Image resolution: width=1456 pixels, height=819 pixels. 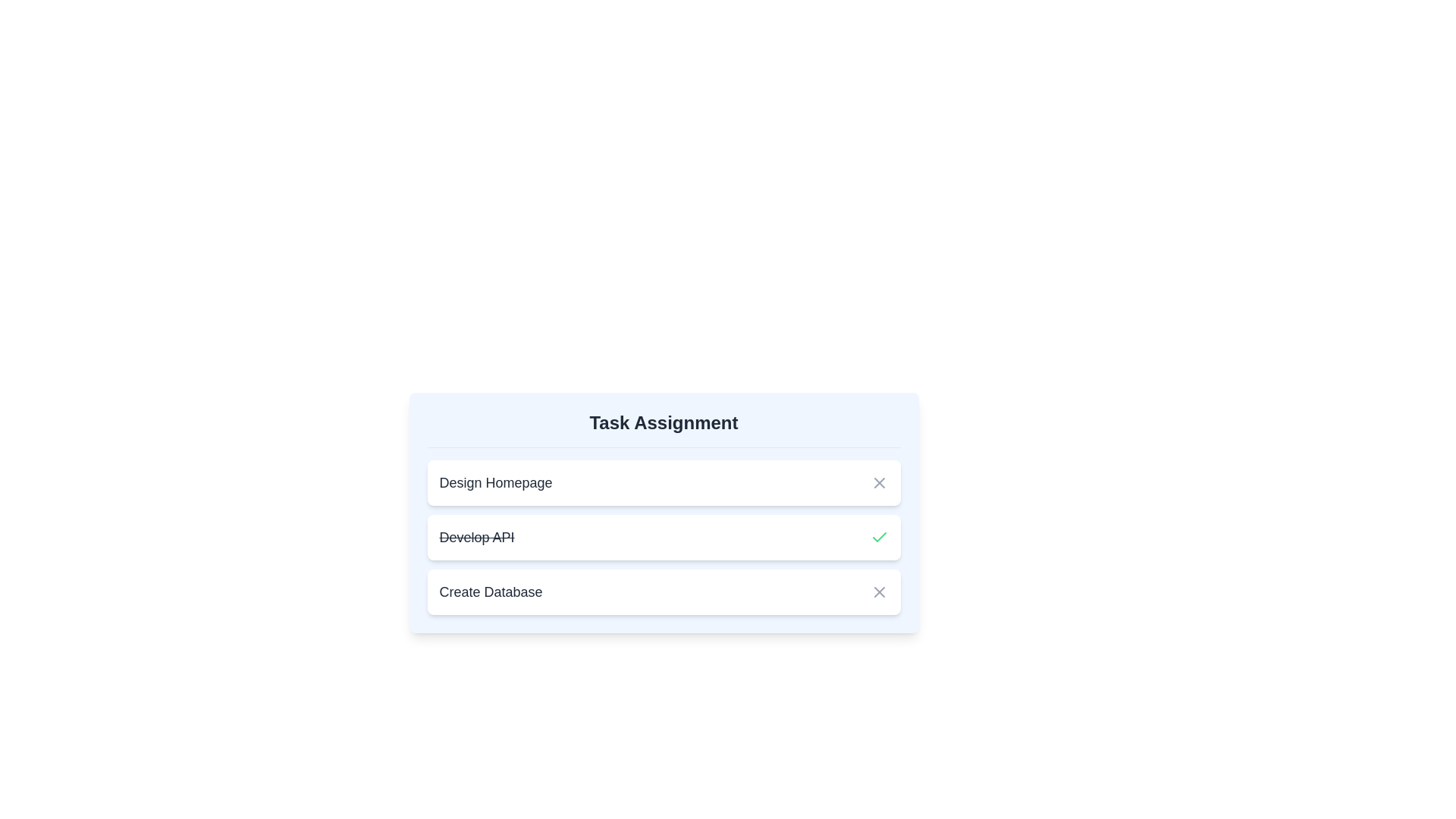 I want to click on the checkmark icon indicating the completion of the 'Develop API' task, so click(x=879, y=537).